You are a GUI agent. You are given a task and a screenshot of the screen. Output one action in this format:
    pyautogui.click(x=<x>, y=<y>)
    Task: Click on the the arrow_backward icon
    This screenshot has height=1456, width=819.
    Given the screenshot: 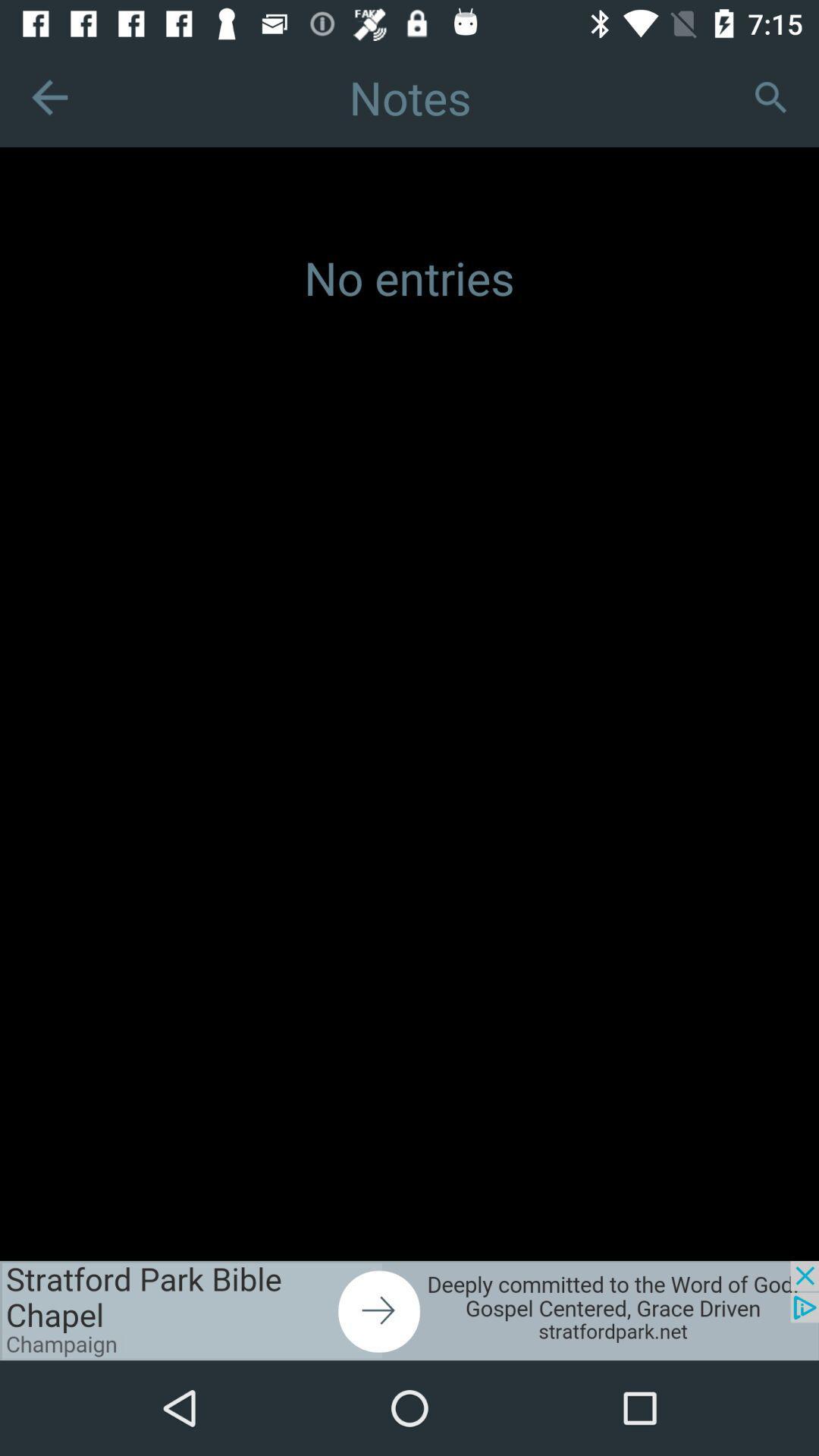 What is the action you would take?
    pyautogui.click(x=49, y=96)
    